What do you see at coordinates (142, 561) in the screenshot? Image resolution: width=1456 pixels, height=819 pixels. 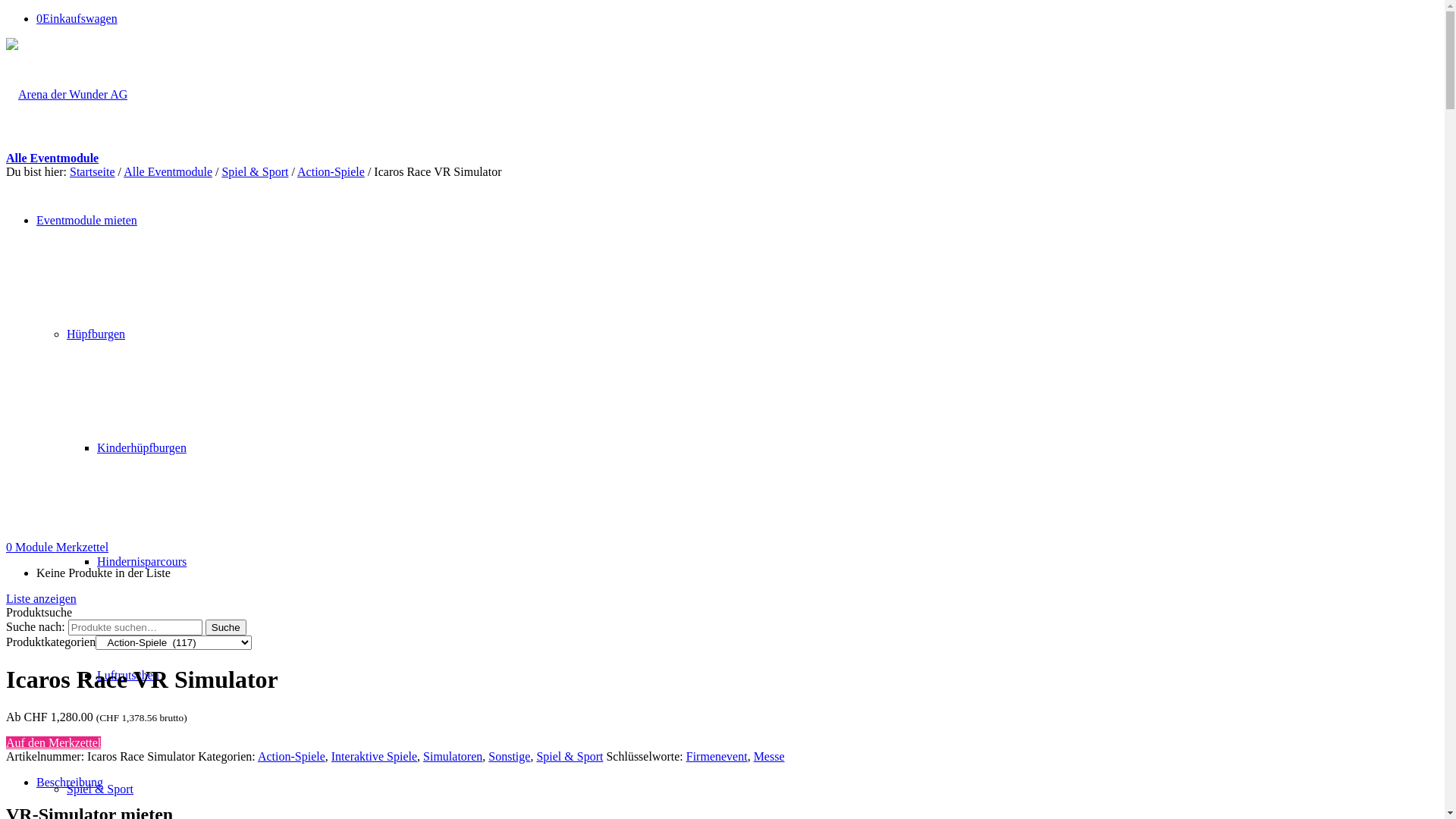 I see `'Hindernisparcours'` at bounding box center [142, 561].